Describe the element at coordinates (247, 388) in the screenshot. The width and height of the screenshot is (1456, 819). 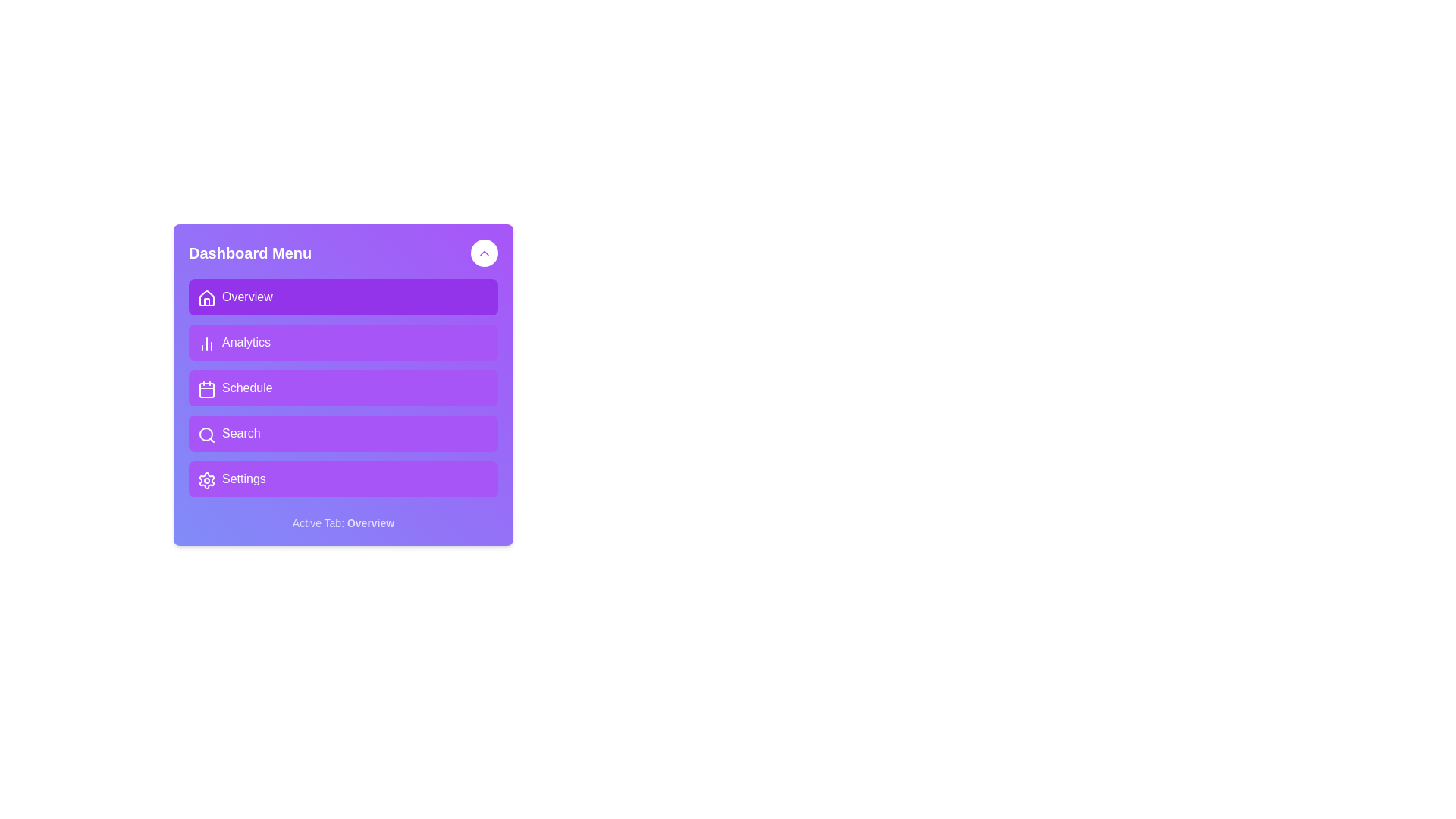
I see `text of the 'Schedule' text label, which is styled with a purple background and located in the navigation menu under the 'Dashboard Menu' heading as the third item` at that location.